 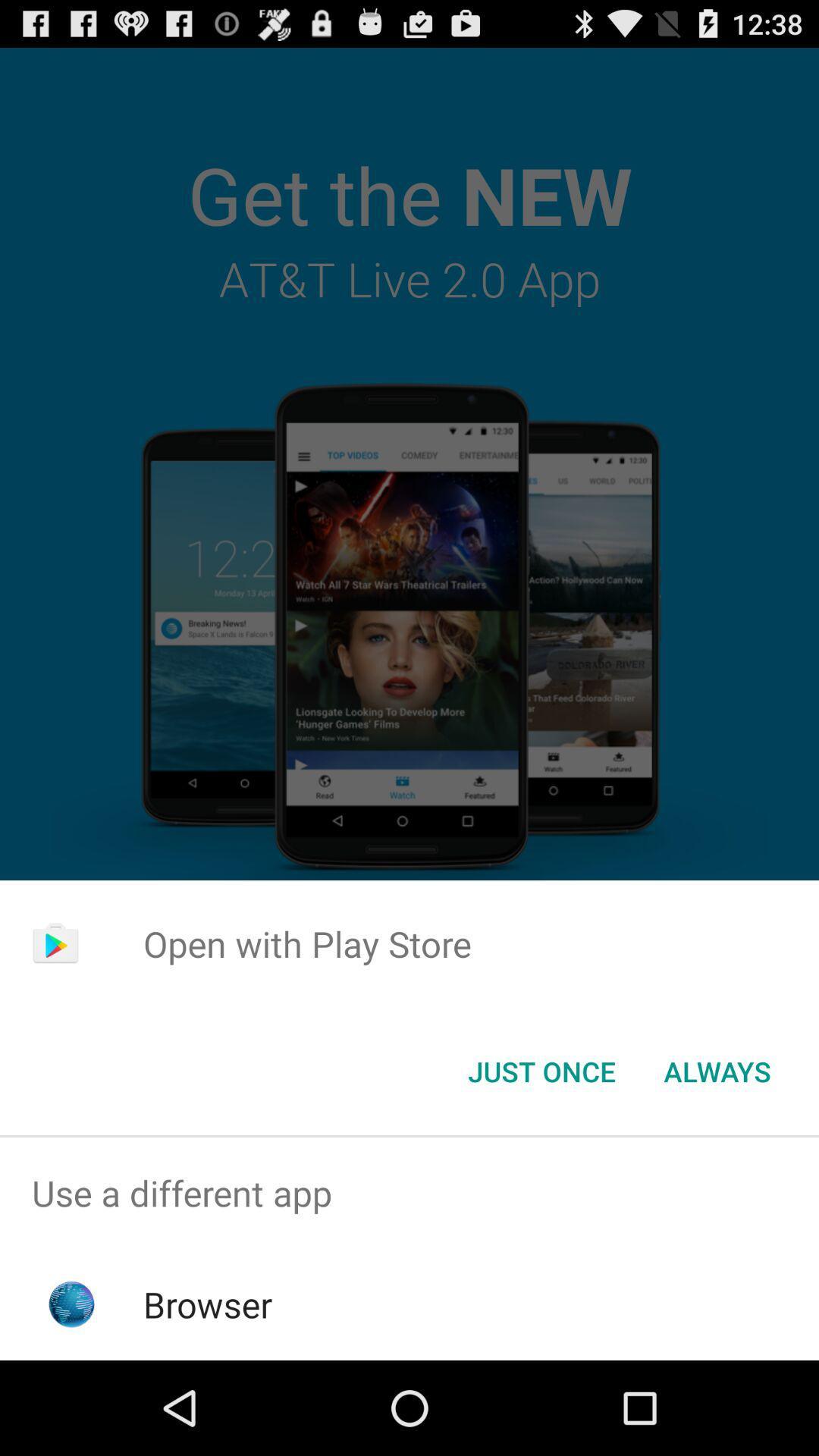 I want to click on app below the open with play item, so click(x=717, y=1070).